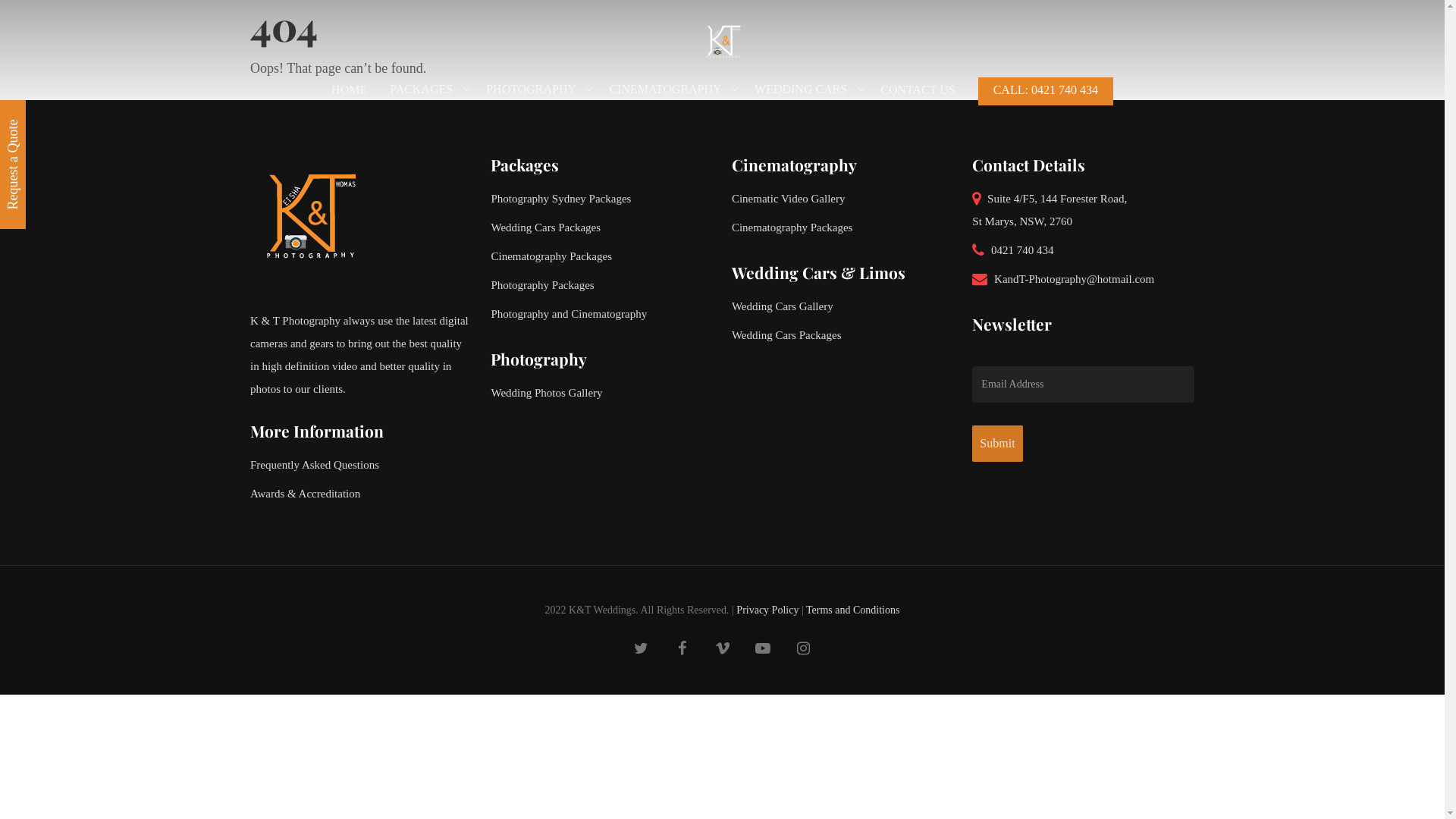 The width and height of the screenshot is (1456, 819). Describe the element at coordinates (1082, 210) in the screenshot. I see `'Suite 4/F5, 144 Forester Road,` at that location.